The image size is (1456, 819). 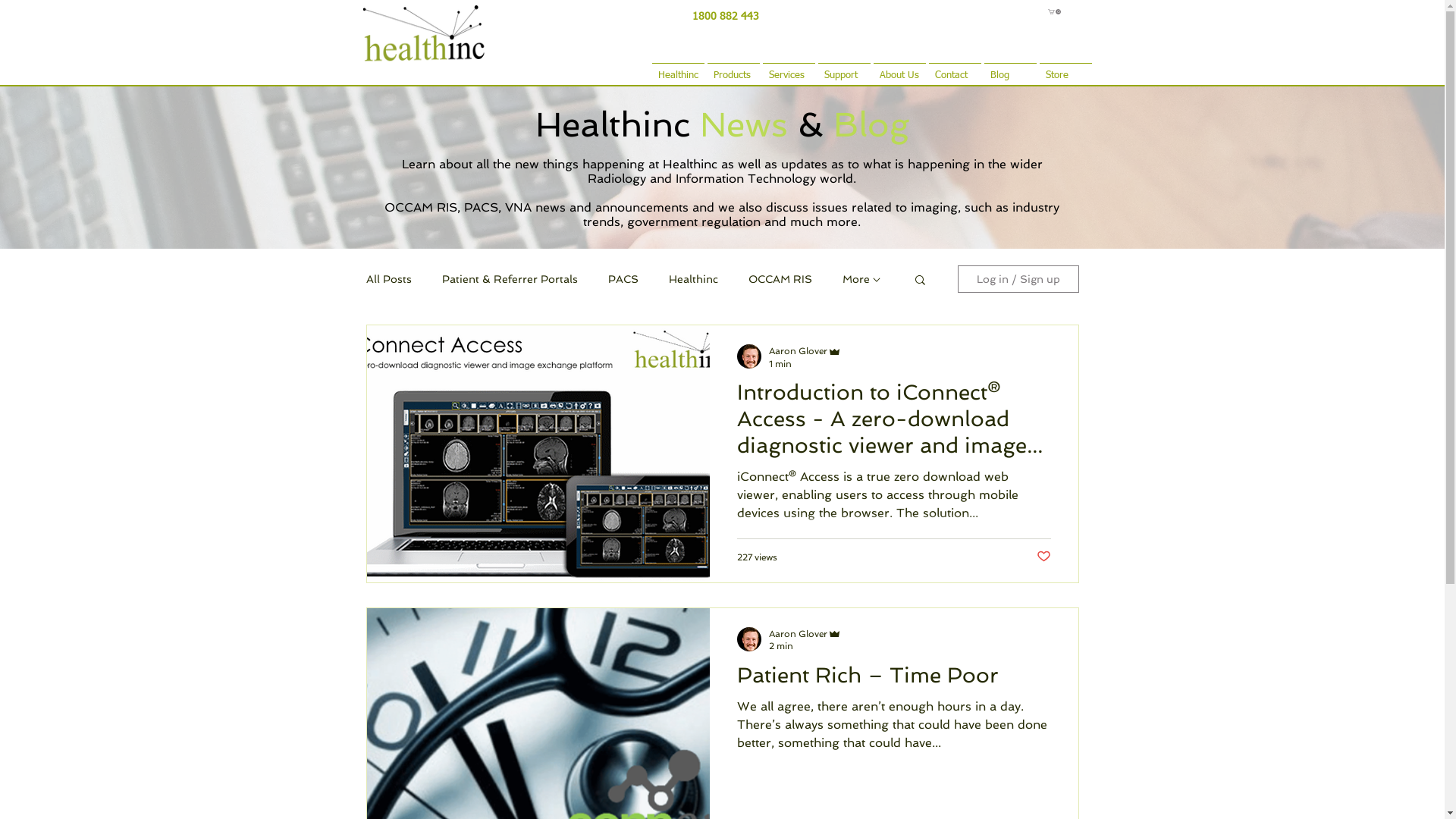 What do you see at coordinates (1064, 68) in the screenshot?
I see `'Store'` at bounding box center [1064, 68].